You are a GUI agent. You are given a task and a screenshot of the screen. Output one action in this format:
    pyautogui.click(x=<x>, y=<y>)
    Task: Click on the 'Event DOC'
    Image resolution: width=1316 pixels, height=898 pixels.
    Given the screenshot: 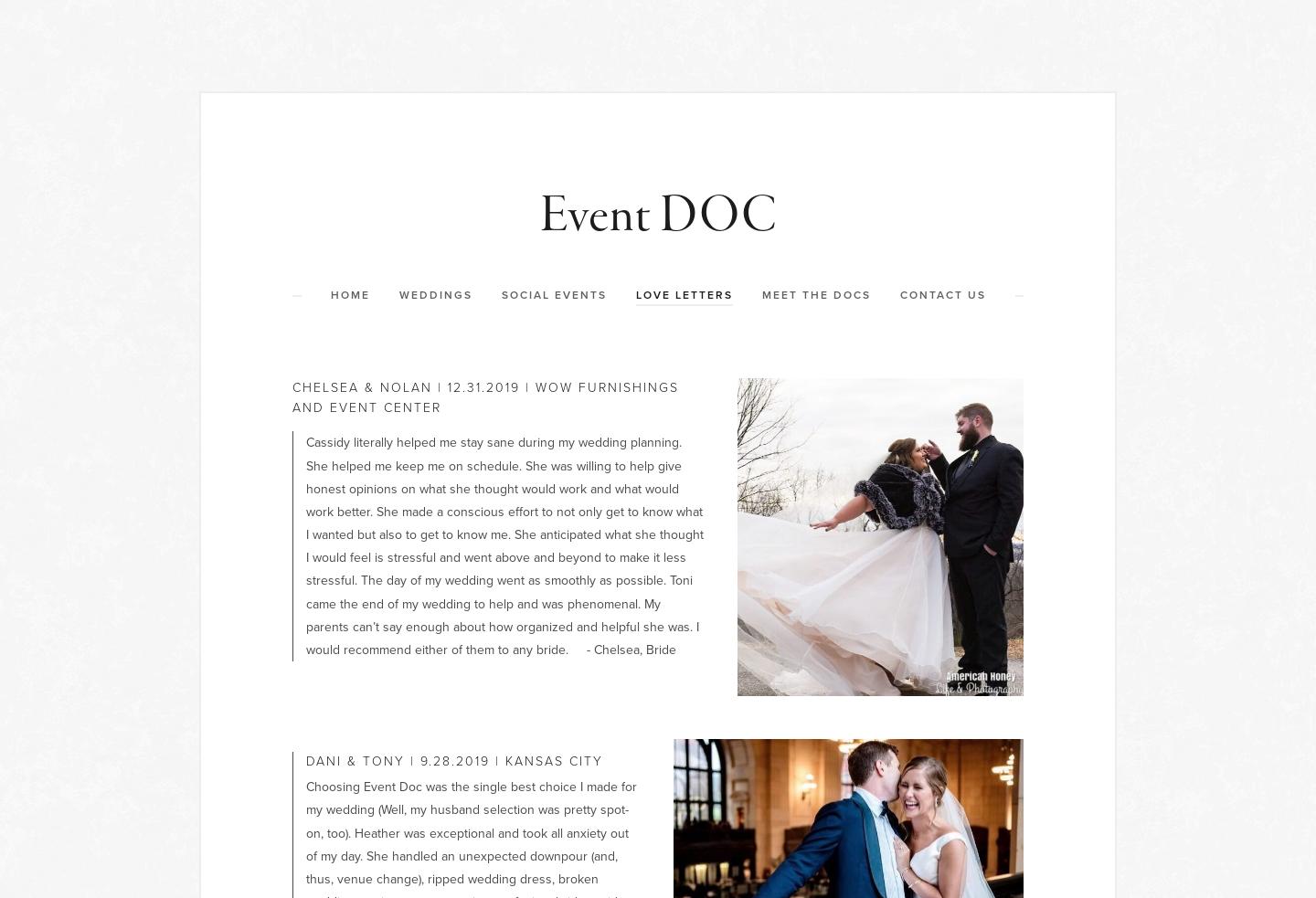 What is the action you would take?
    pyautogui.click(x=538, y=217)
    